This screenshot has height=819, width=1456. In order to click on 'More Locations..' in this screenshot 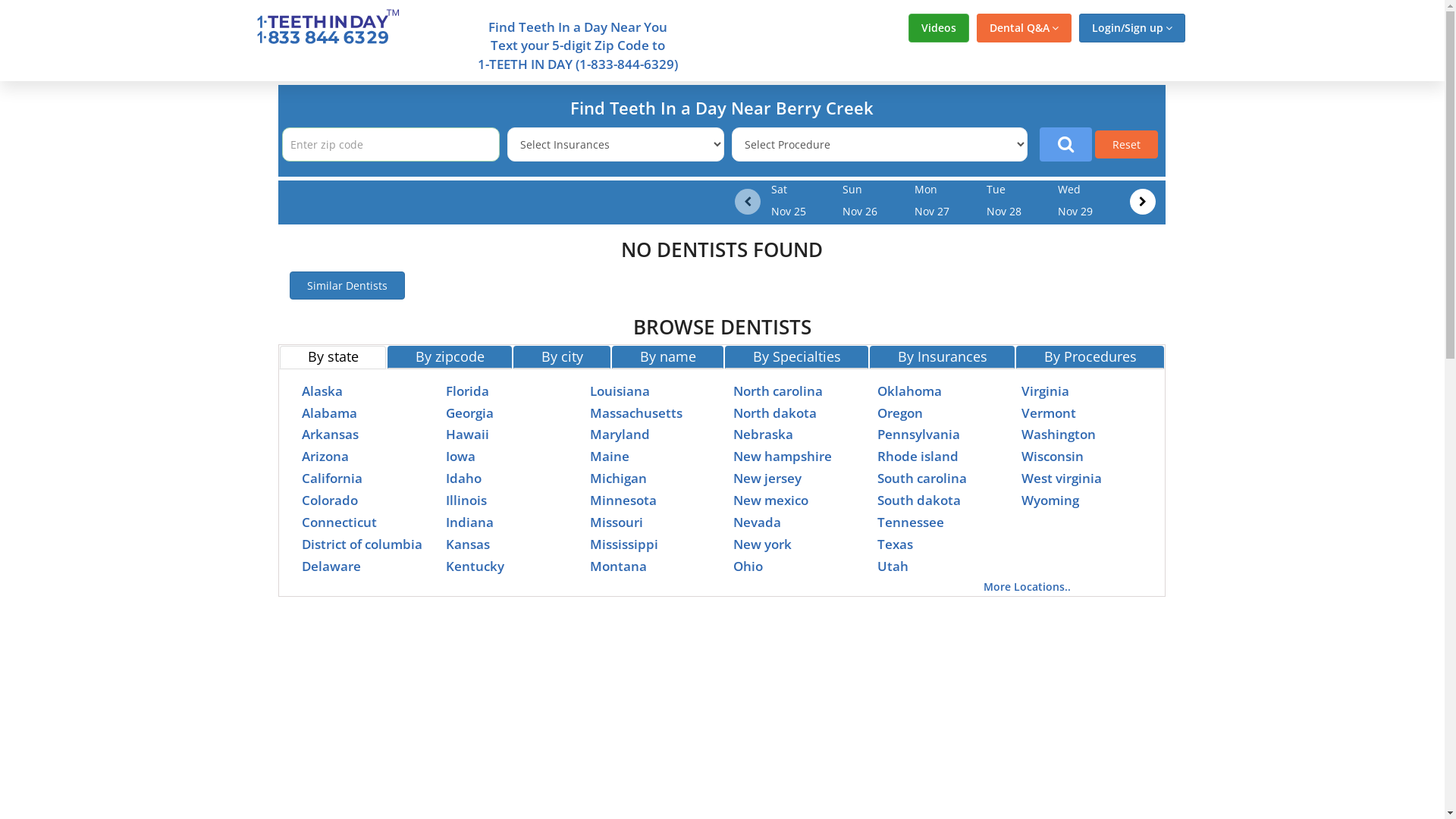, I will do `click(1027, 585)`.